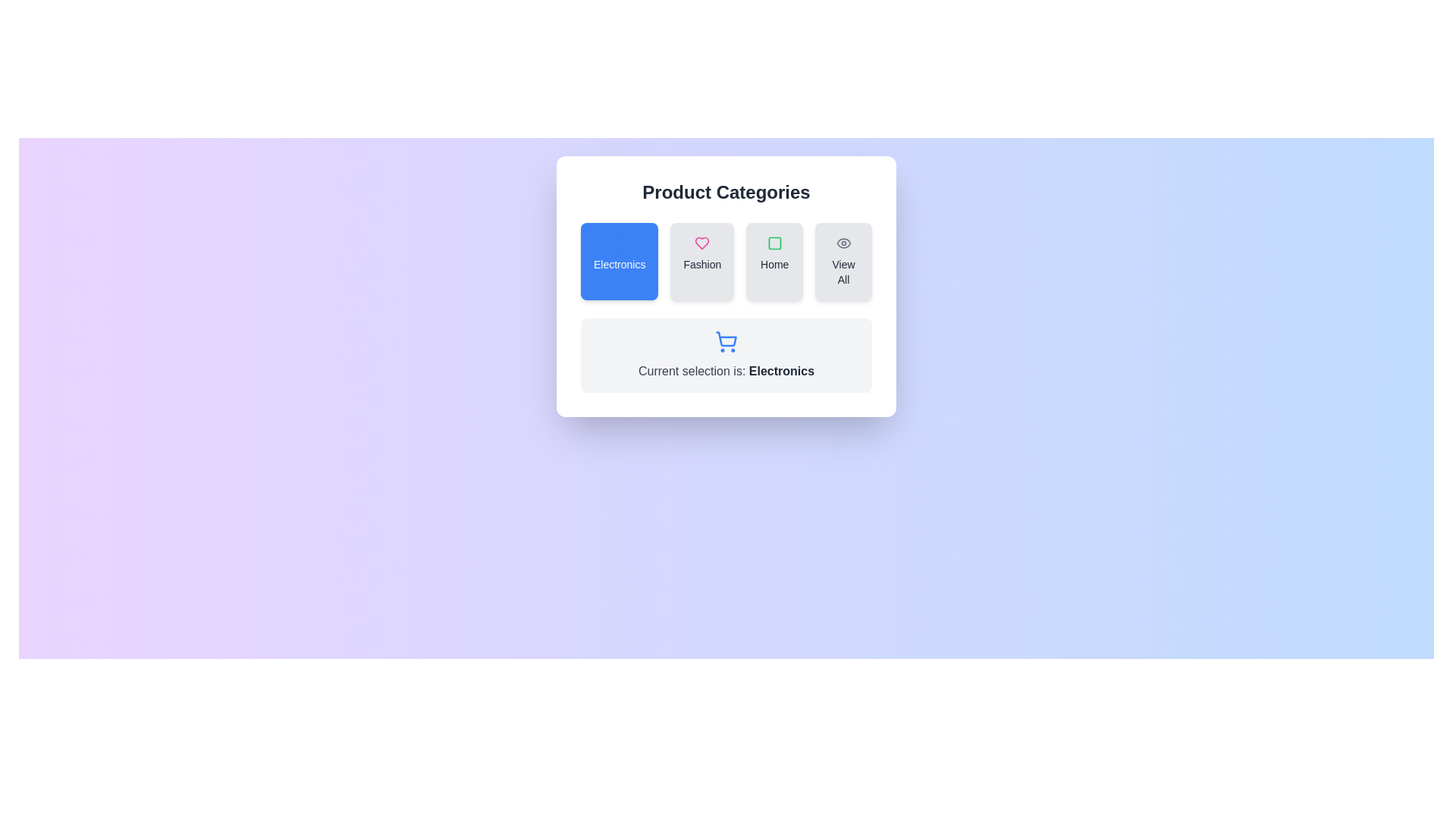 This screenshot has width=1456, height=819. I want to click on the 'Fashion' label located at the bottom center of the button-like UI element, so click(701, 263).